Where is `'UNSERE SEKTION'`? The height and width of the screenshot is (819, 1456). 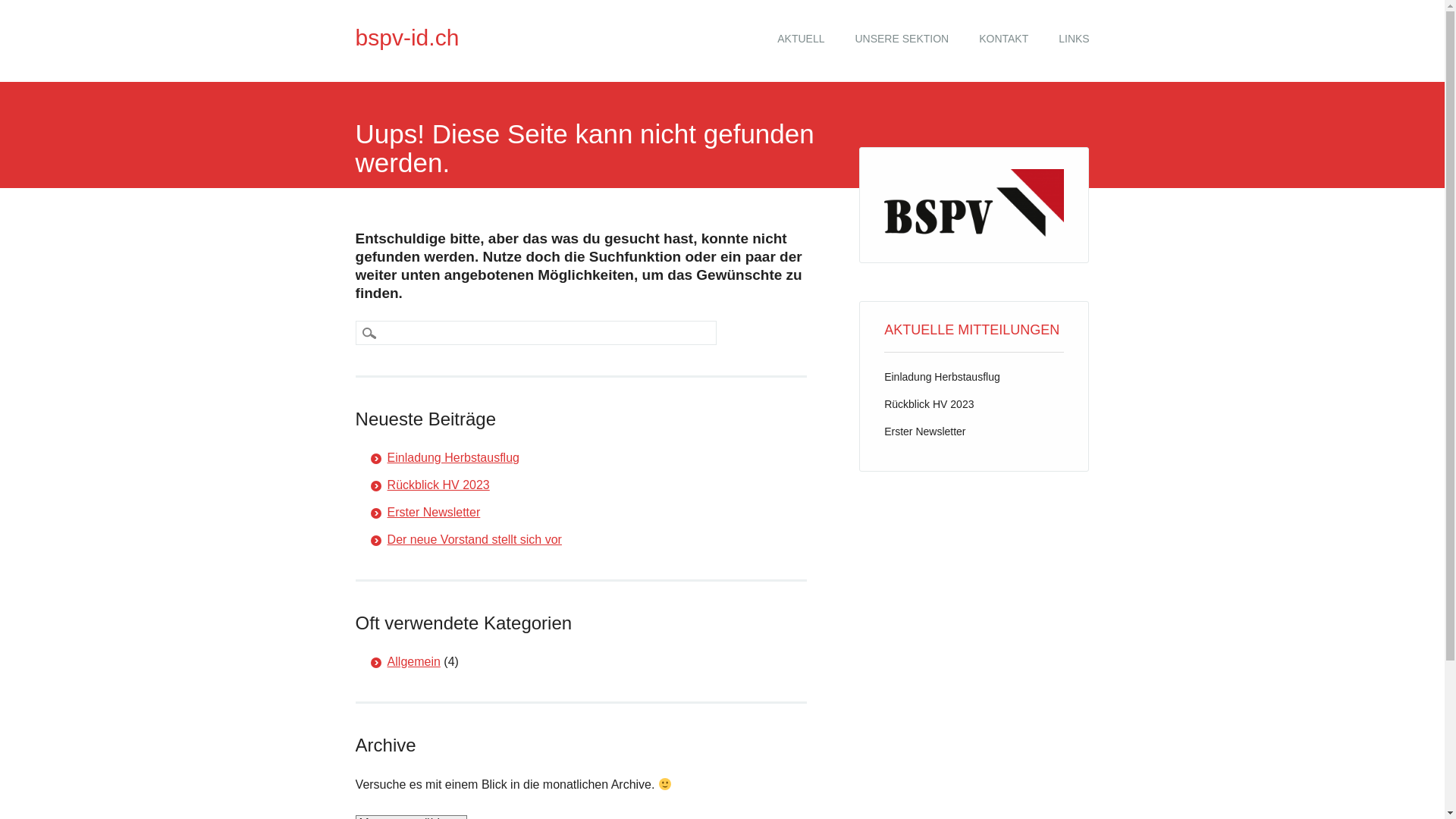 'UNSERE SEKTION' is located at coordinates (902, 37).